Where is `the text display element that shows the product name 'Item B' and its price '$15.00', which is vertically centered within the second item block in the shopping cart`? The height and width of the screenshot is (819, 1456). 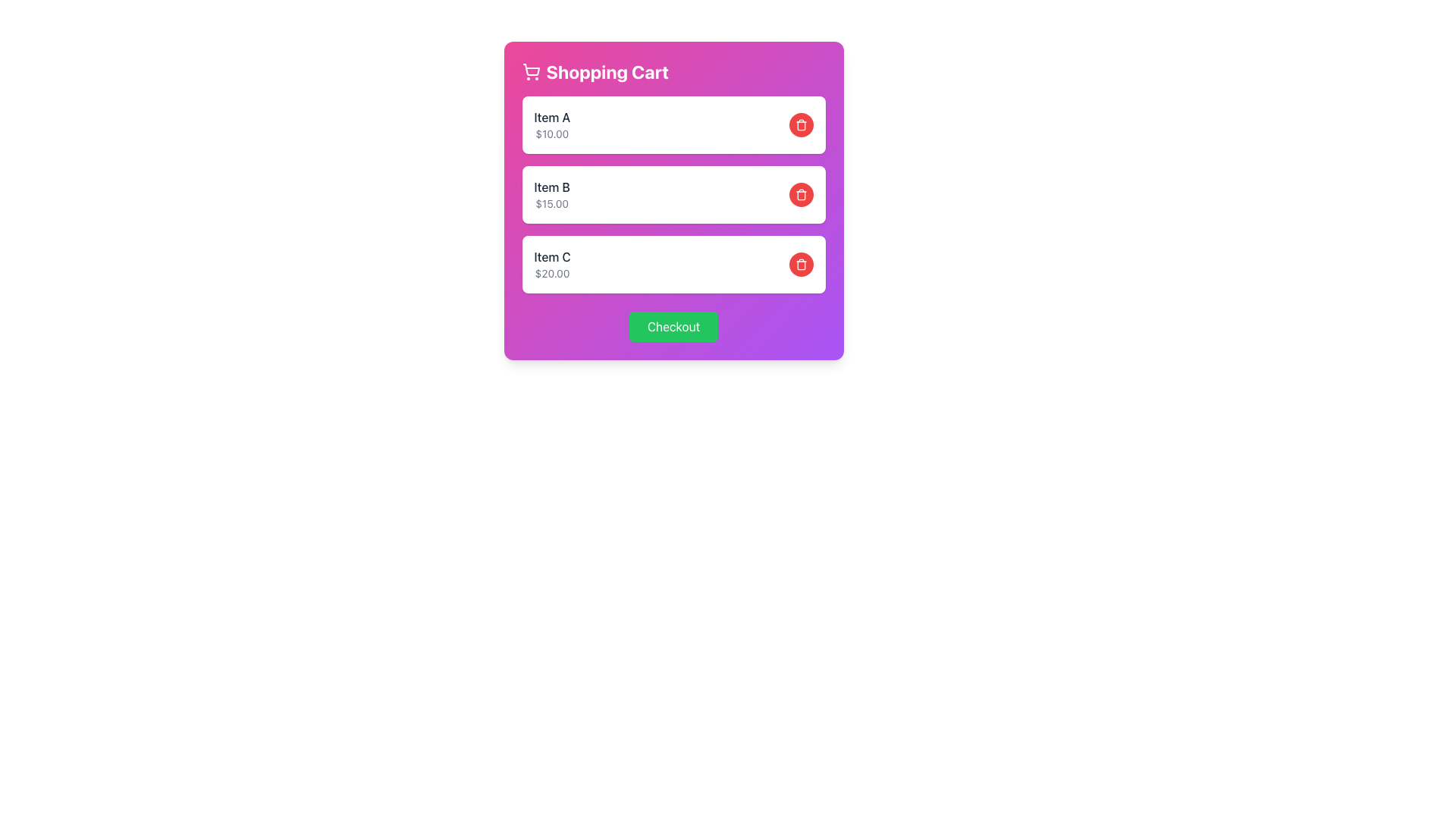 the text display element that shows the product name 'Item B' and its price '$15.00', which is vertically centered within the second item block in the shopping cart is located at coordinates (551, 194).